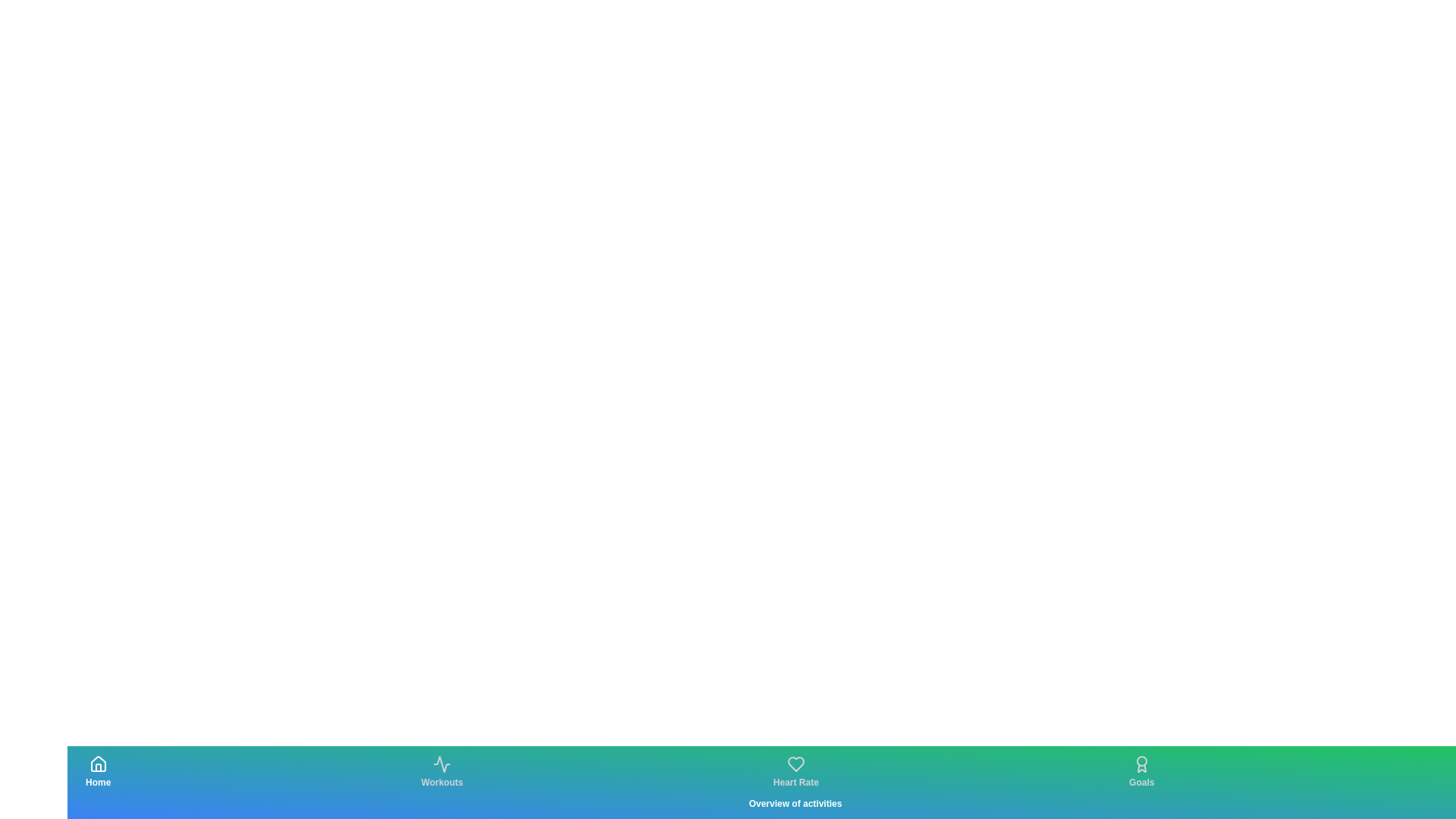  I want to click on the Goals tab to switch to its section, so click(1141, 772).